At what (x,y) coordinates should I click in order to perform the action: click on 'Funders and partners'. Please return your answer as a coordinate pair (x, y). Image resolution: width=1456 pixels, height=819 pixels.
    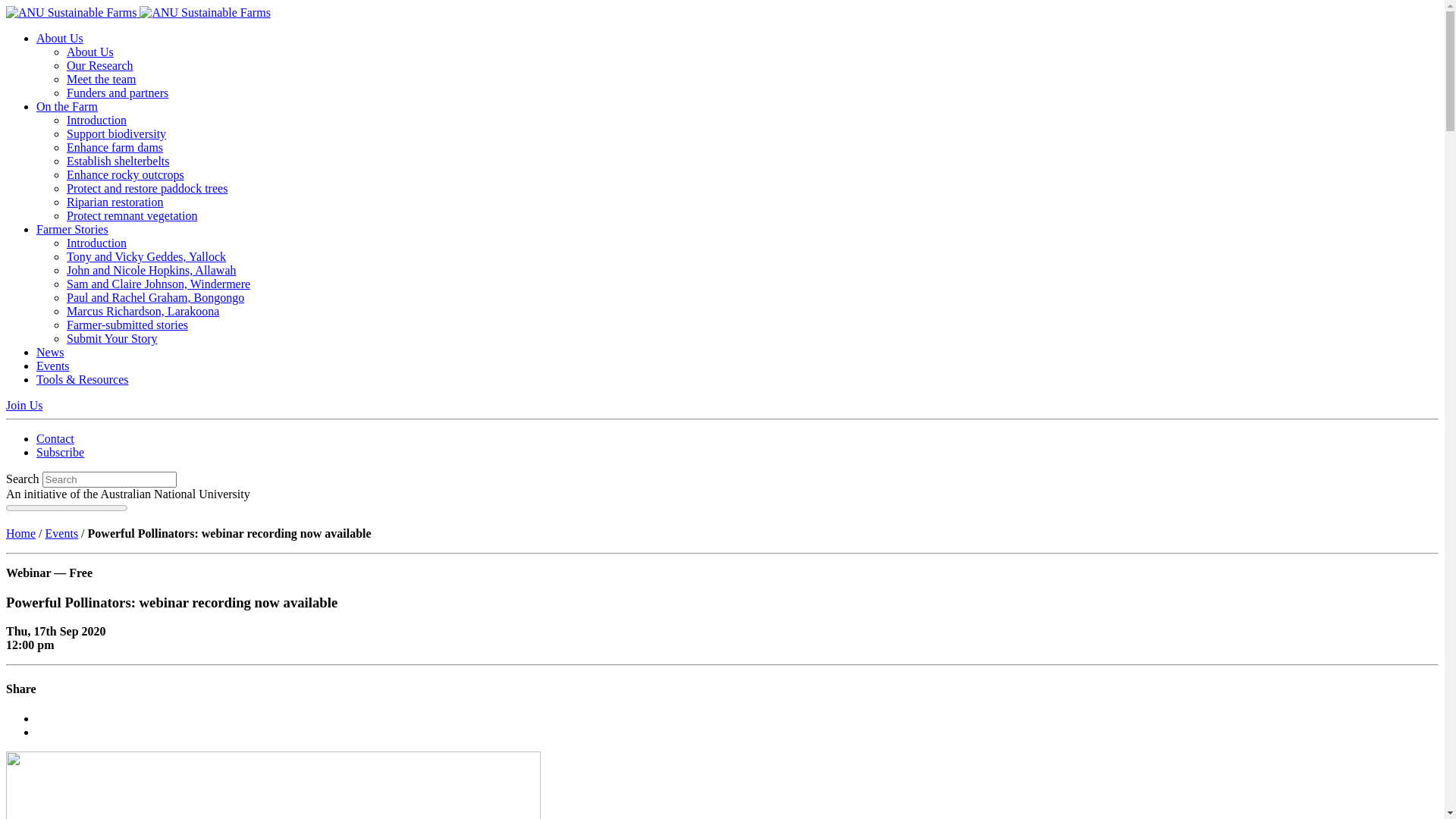
    Looking at the image, I should click on (116, 93).